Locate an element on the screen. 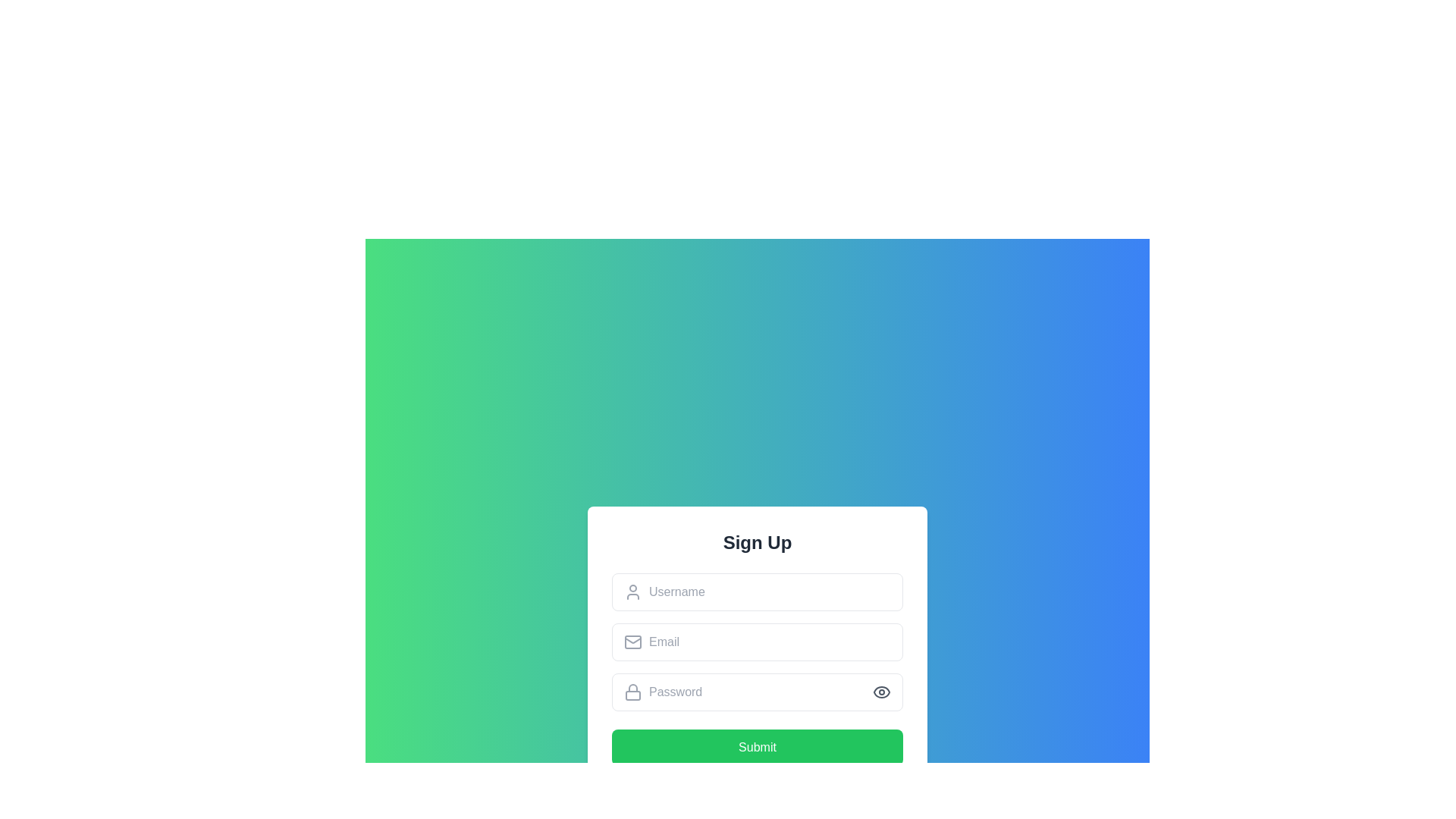 This screenshot has width=1456, height=819. the gray envelope-shaped icon located in the email field entry section, positioned to the left of the input box is located at coordinates (633, 642).